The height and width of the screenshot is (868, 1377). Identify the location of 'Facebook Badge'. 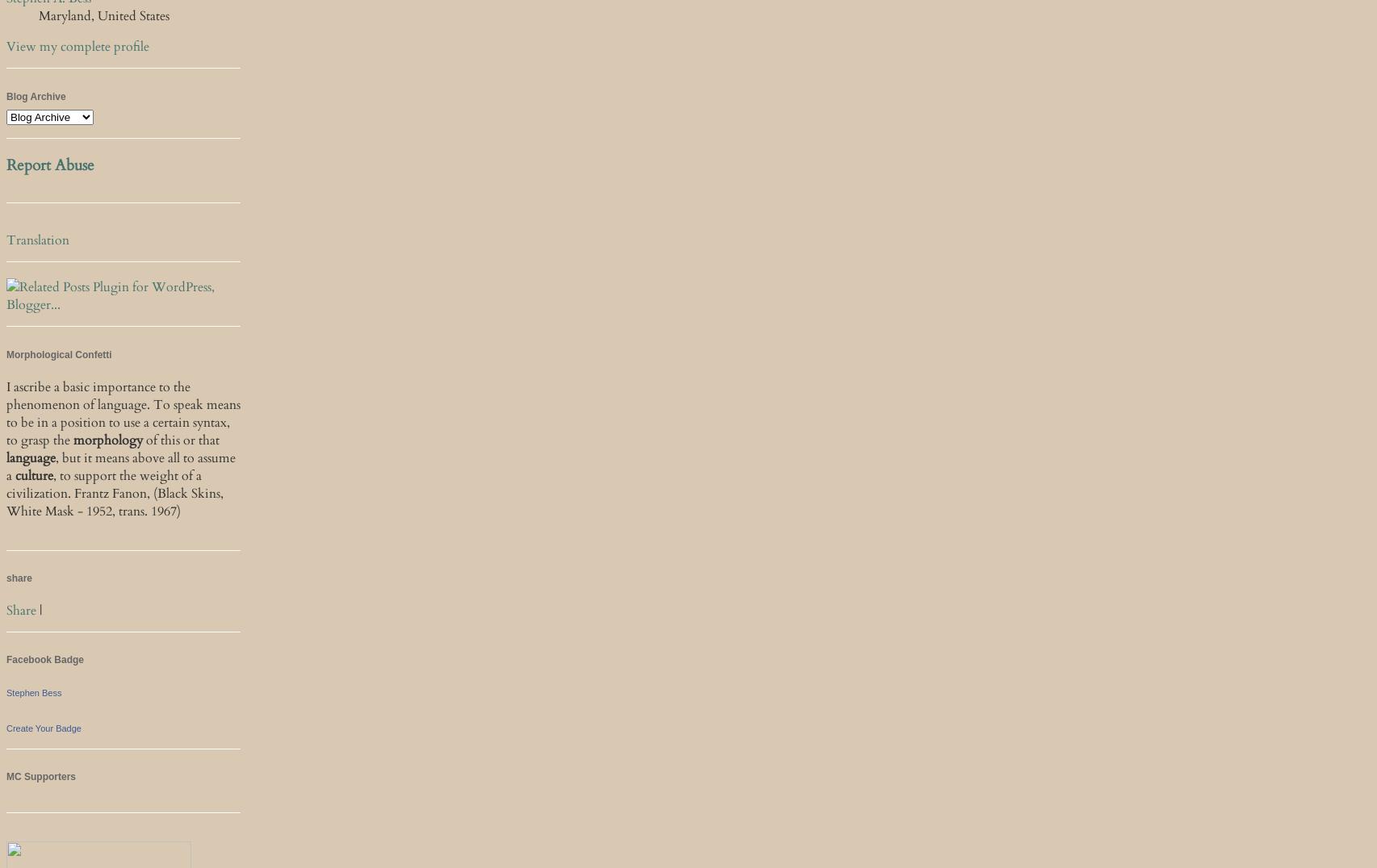
(44, 658).